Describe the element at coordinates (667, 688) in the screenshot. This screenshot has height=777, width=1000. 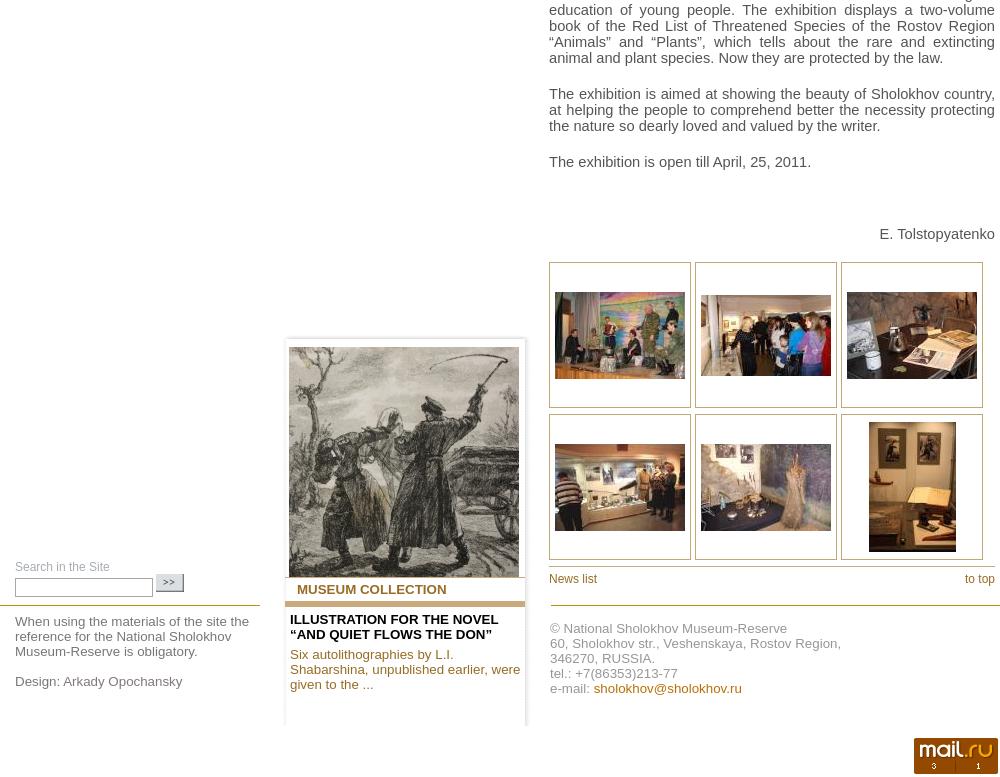
I see `'sholokhov@sholokhov.ru'` at that location.